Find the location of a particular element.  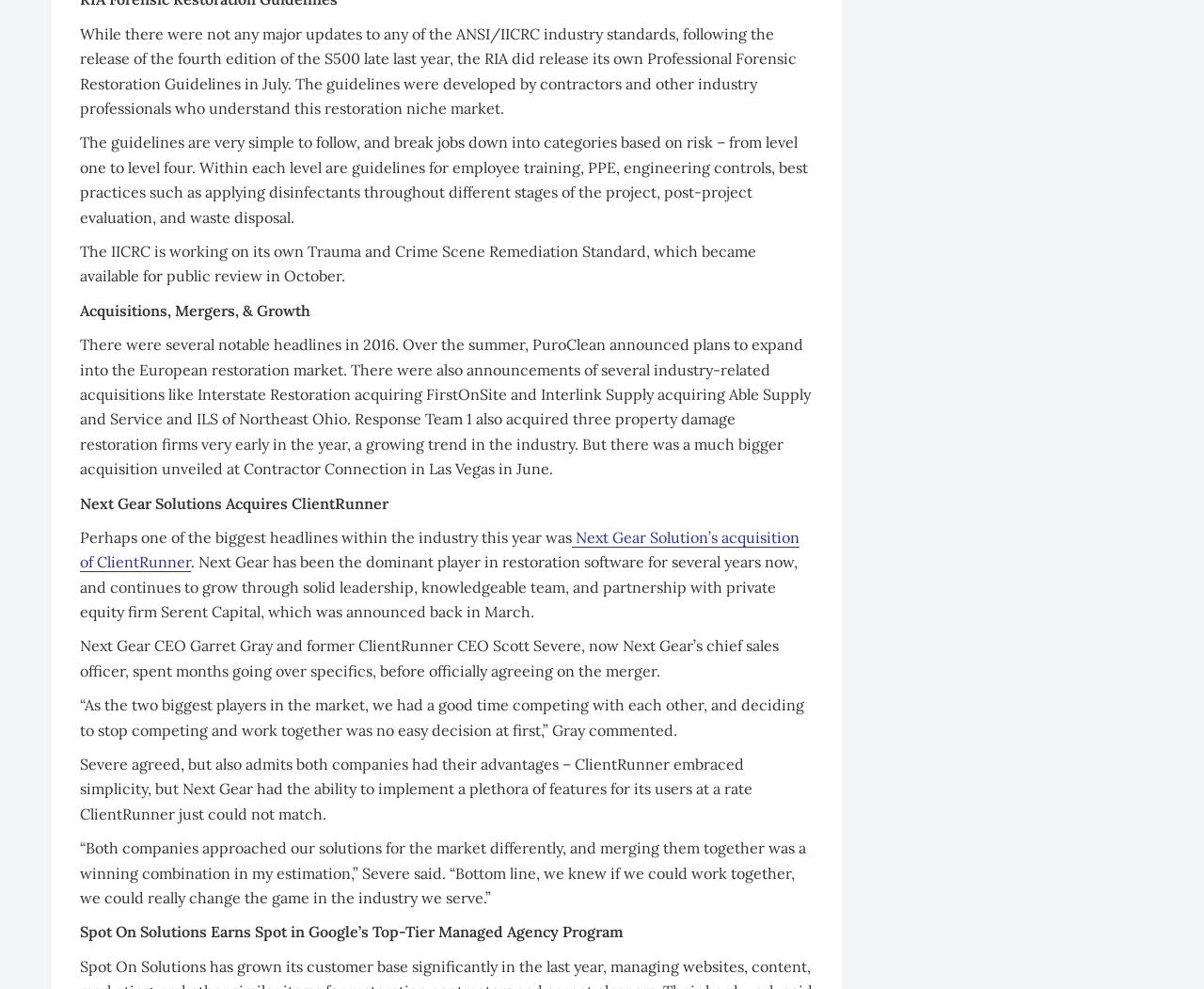

'Spot On Solutions Earns Spot in Google’s Top-Tier Managed Agency Program' is located at coordinates (352, 932).